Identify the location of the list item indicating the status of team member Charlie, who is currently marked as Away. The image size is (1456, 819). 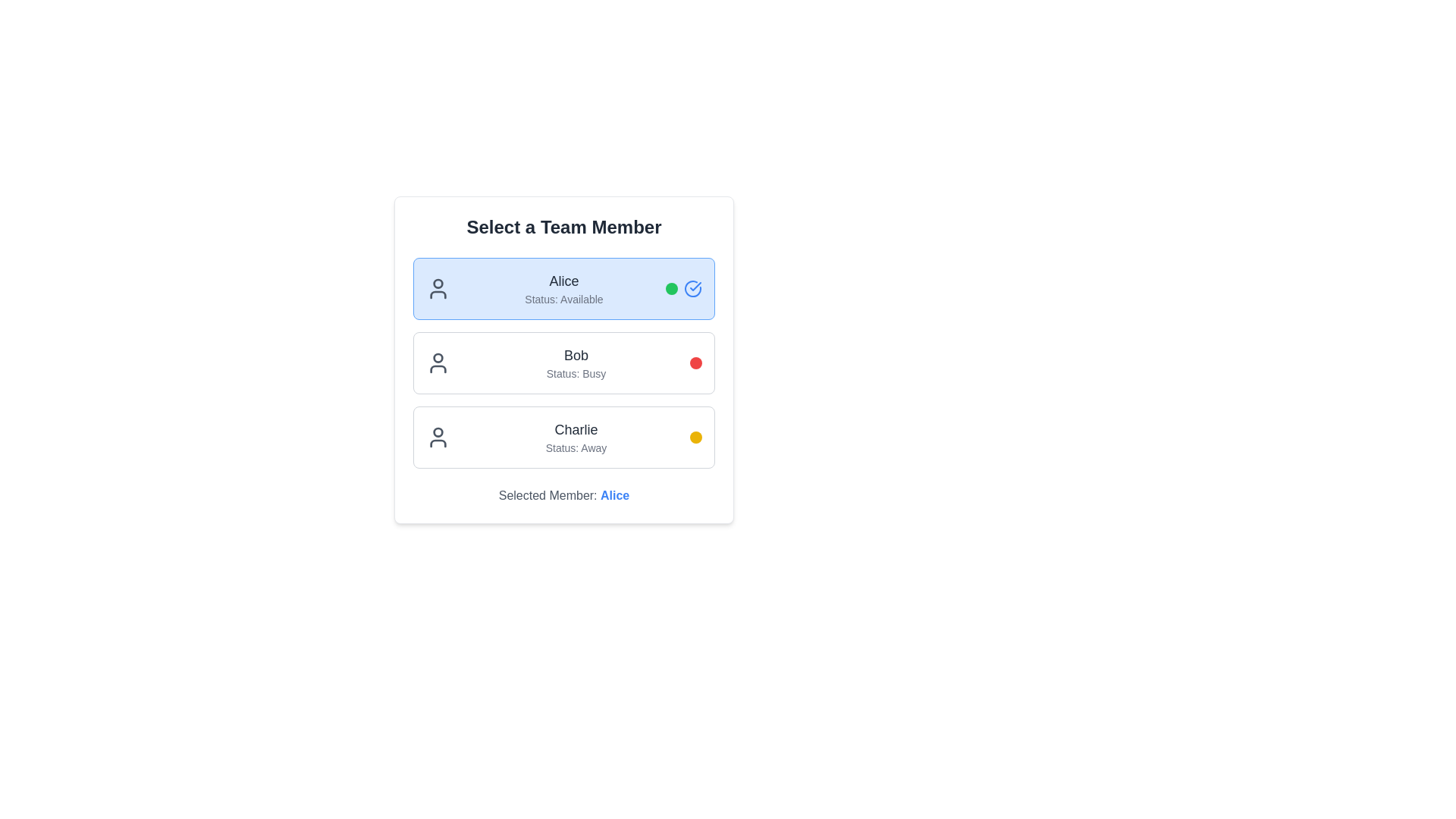
(563, 438).